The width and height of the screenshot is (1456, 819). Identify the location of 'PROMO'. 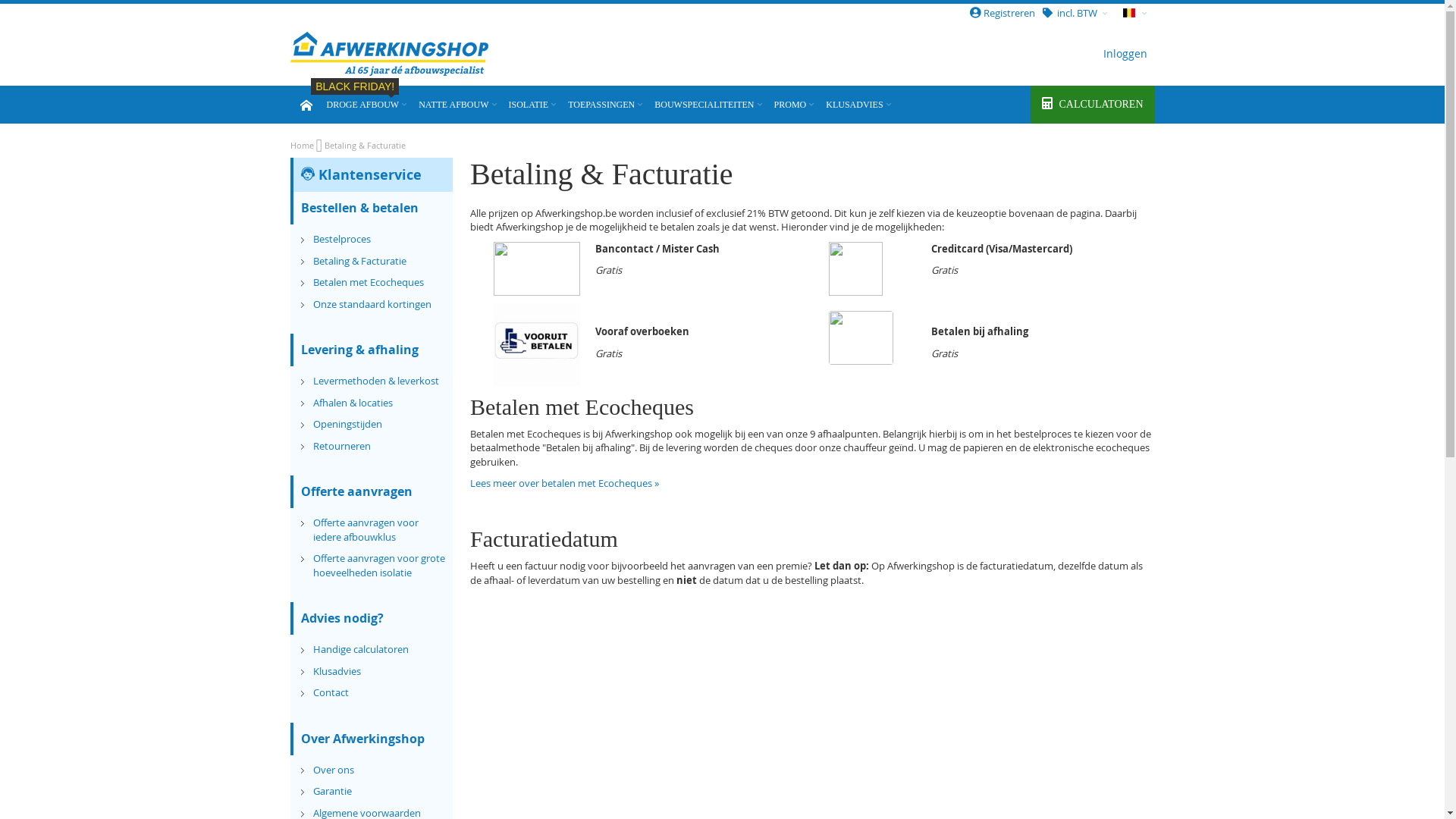
(795, 104).